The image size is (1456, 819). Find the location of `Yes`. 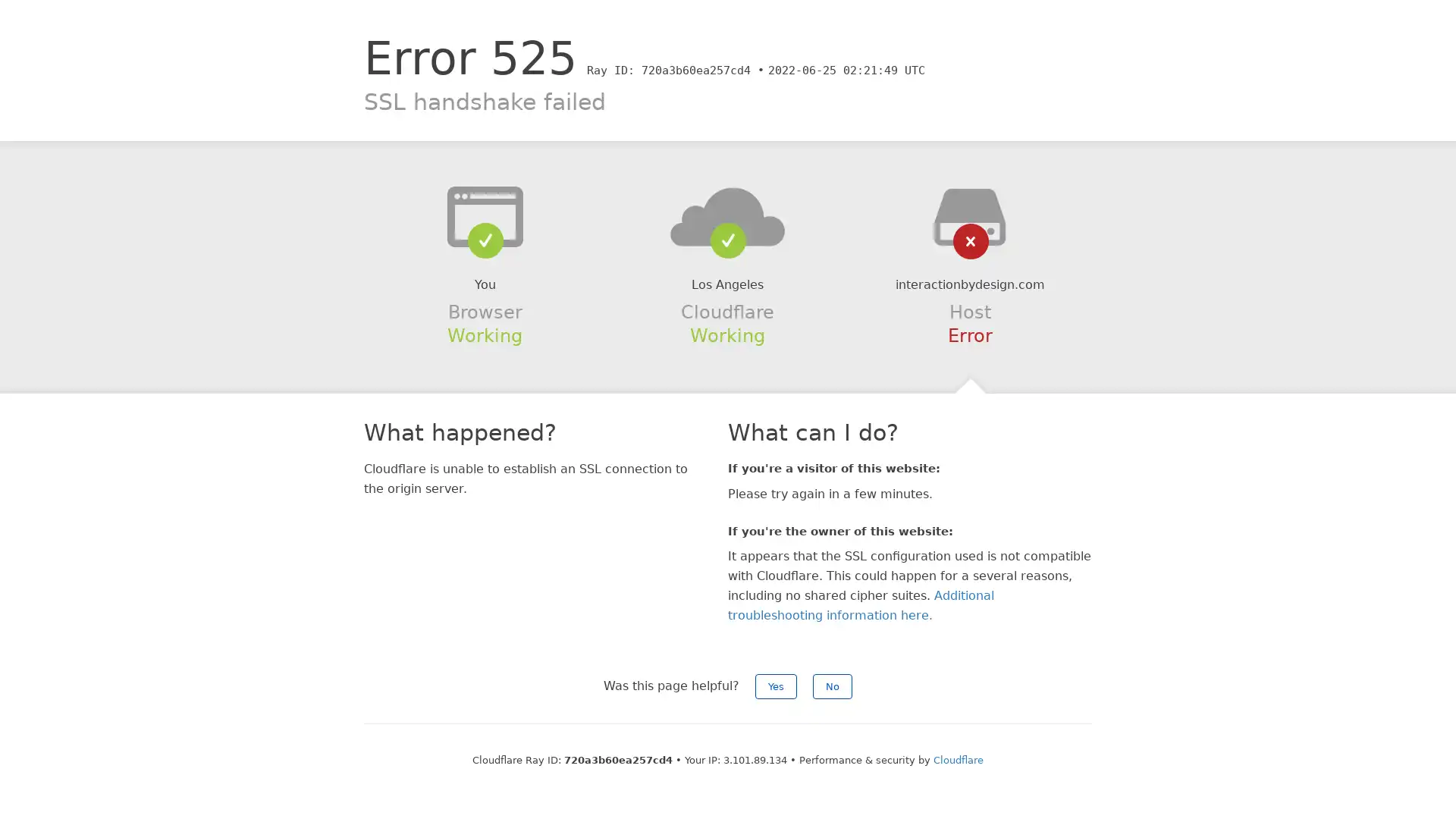

Yes is located at coordinates (776, 686).